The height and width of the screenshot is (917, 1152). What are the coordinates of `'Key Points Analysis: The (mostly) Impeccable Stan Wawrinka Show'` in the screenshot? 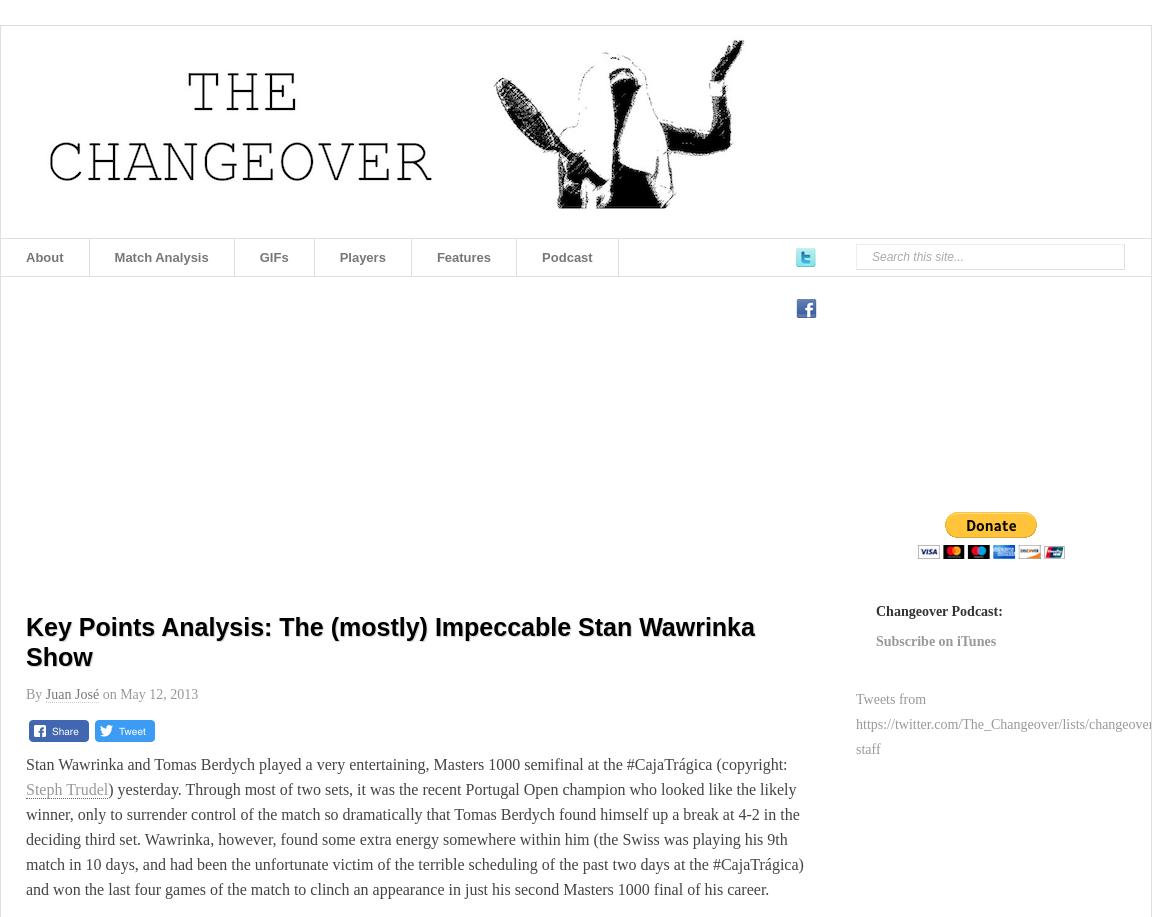 It's located at (388, 640).